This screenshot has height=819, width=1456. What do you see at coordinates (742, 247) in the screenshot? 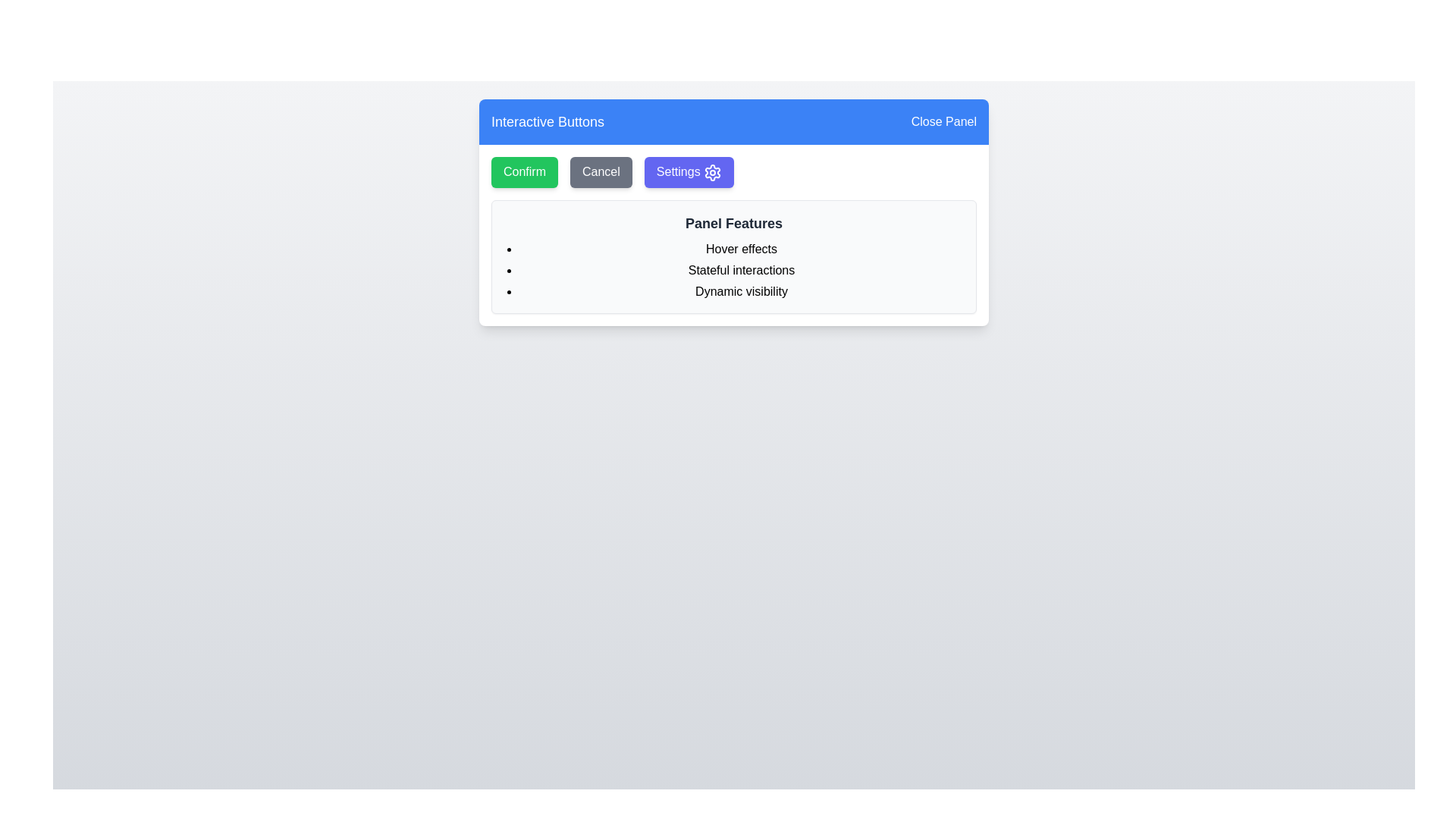
I see `static text label for 'Hover effects', which is the first item in the bullet list under 'Panel Features'` at bounding box center [742, 247].